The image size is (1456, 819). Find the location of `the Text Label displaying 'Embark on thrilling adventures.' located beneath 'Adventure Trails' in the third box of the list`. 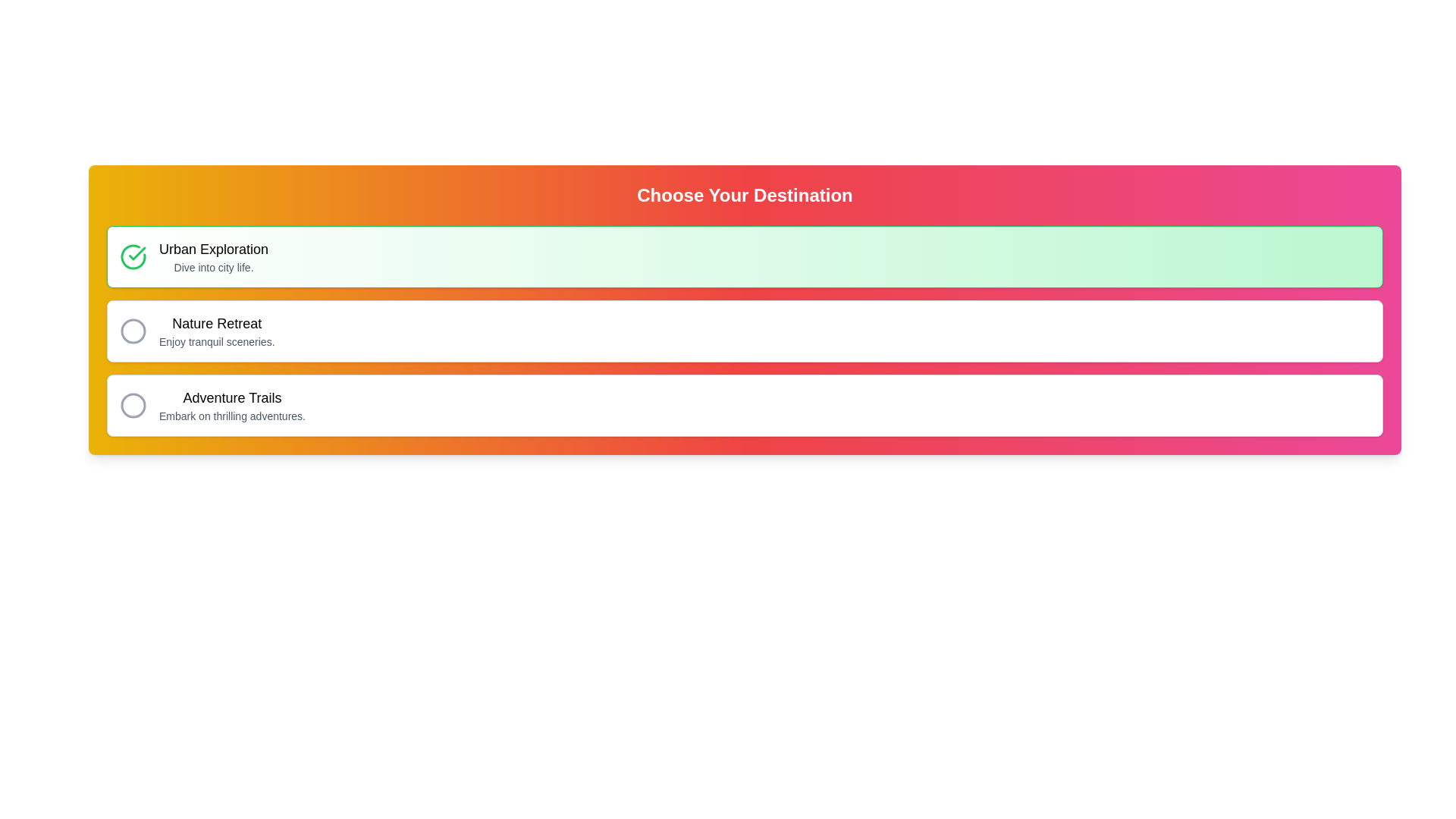

the Text Label displaying 'Embark on thrilling adventures.' located beneath 'Adventure Trails' in the third box of the list is located at coordinates (231, 416).